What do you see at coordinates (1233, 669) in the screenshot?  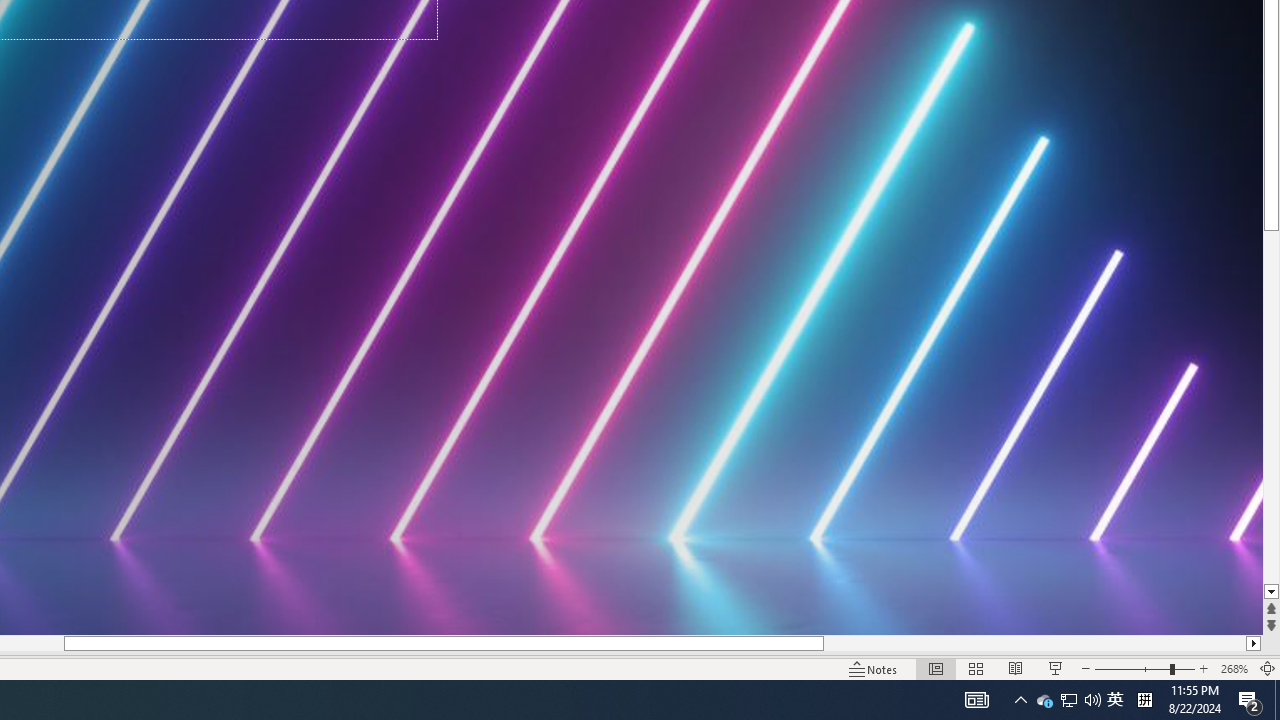 I see `'Zoom 268%'` at bounding box center [1233, 669].